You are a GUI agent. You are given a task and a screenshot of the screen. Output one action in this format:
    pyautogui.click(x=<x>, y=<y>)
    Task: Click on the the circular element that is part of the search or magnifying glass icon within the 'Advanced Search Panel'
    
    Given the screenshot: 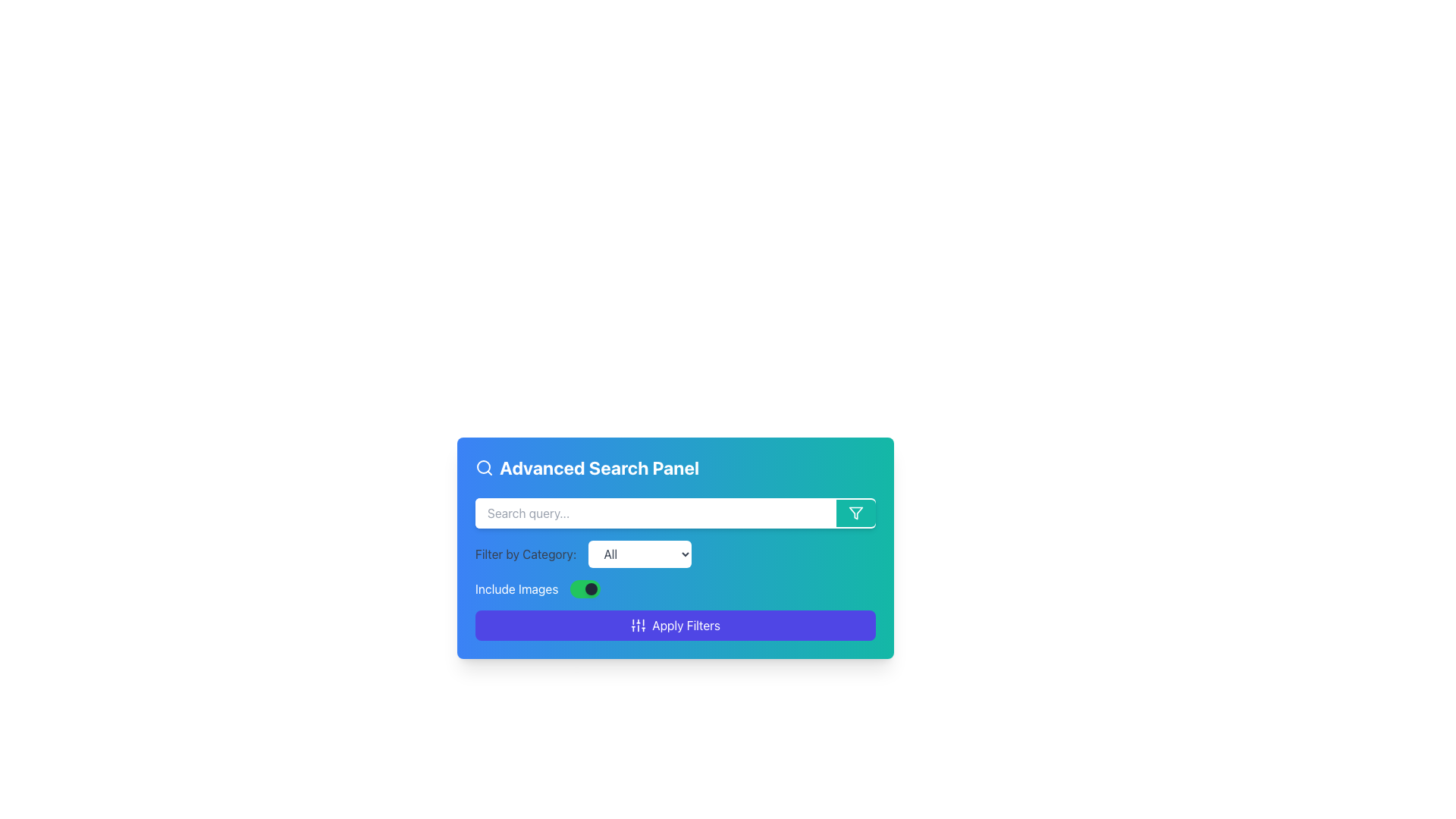 What is the action you would take?
    pyautogui.click(x=483, y=466)
    